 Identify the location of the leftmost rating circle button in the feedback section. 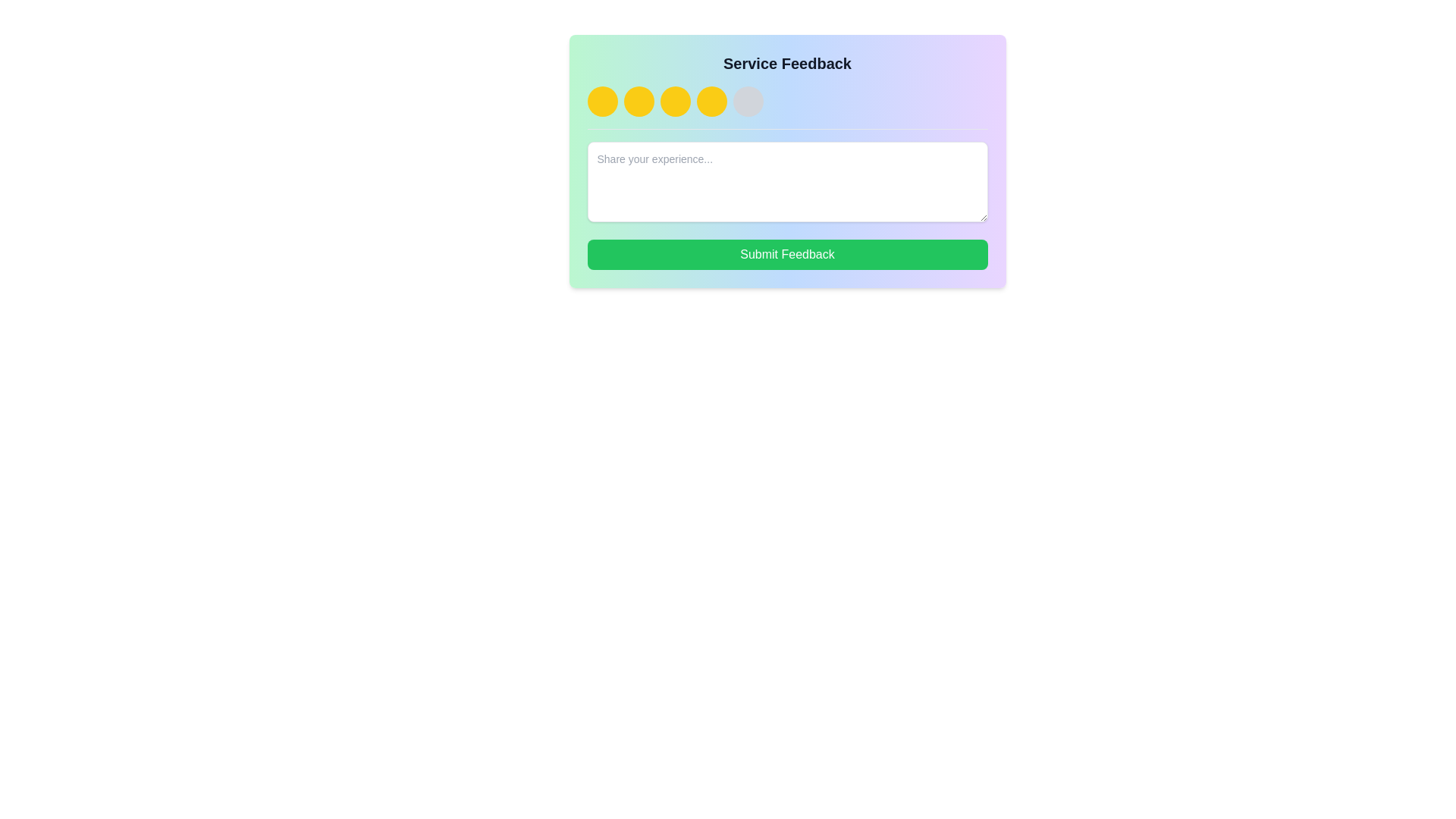
(601, 102).